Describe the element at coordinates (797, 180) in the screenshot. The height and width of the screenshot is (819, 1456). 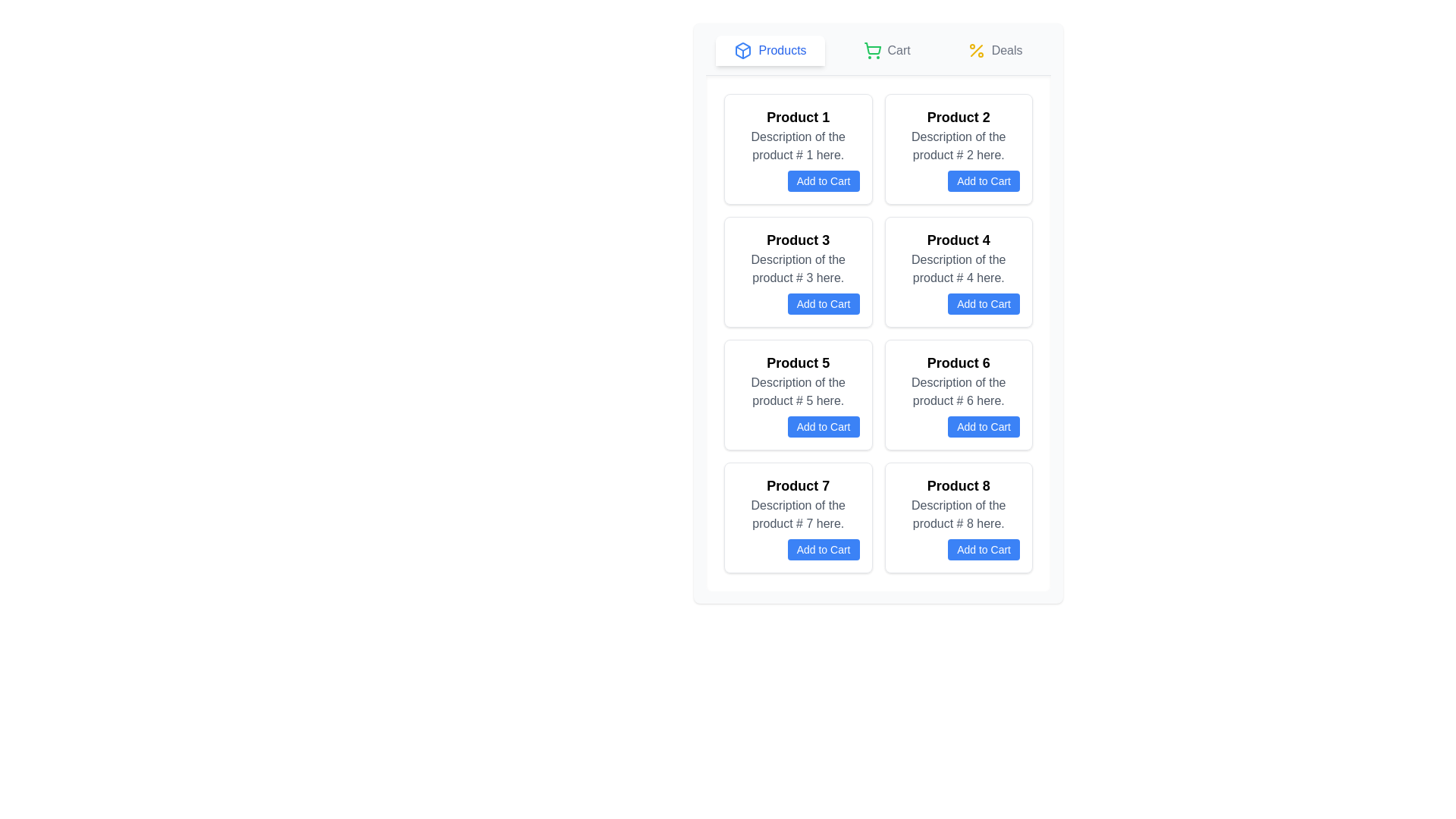
I see `the button that adds 'Product 1' to the shopping cart` at that location.